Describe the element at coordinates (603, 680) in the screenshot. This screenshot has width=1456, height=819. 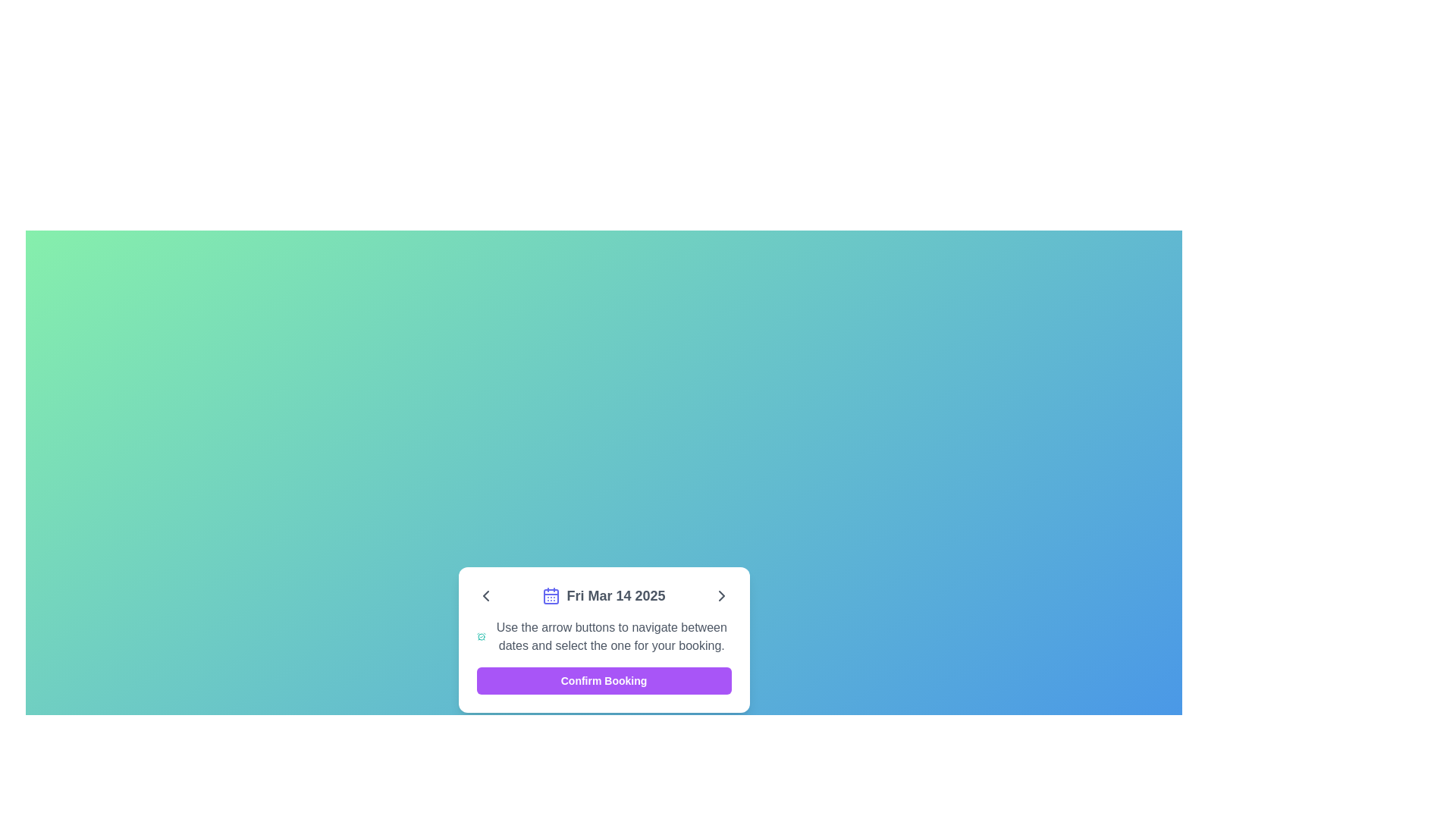
I see `the rectangular button with a purple background and white text that reads 'Confirm Booking' to confirm the booking` at that location.